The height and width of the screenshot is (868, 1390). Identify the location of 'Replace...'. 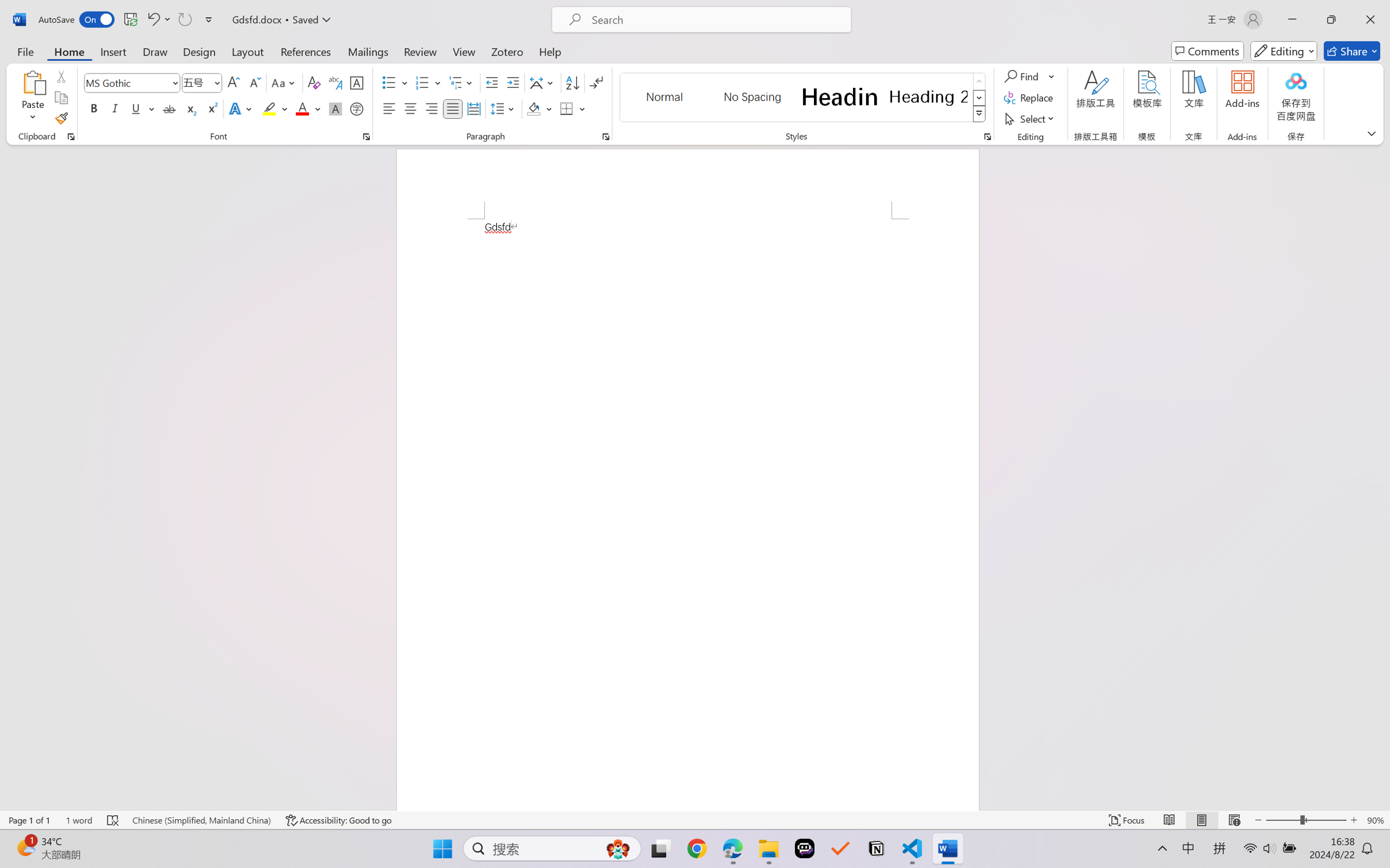
(1029, 98).